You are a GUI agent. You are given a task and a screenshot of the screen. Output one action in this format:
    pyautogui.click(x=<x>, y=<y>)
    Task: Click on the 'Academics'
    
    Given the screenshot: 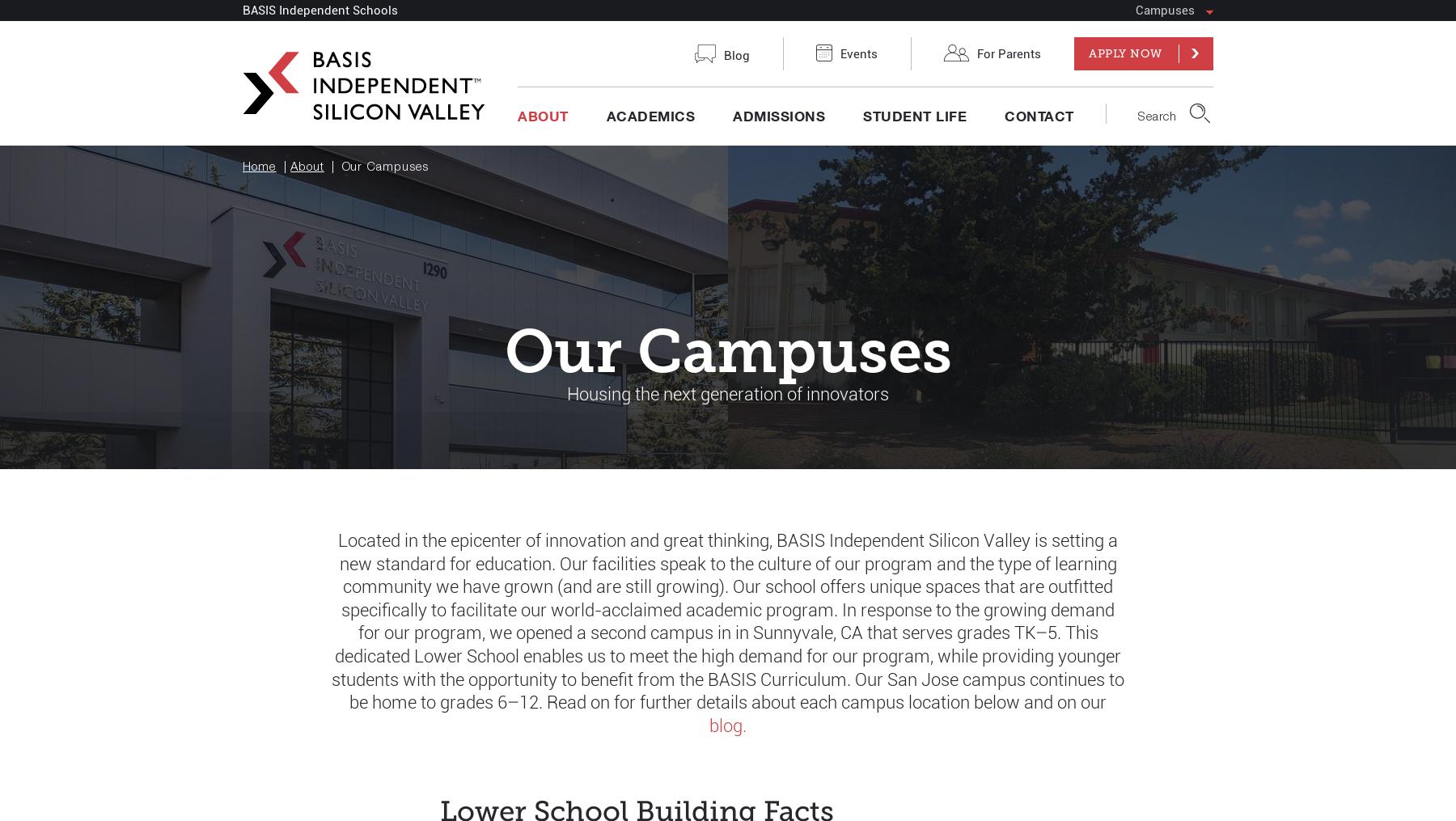 What is the action you would take?
    pyautogui.click(x=650, y=122)
    